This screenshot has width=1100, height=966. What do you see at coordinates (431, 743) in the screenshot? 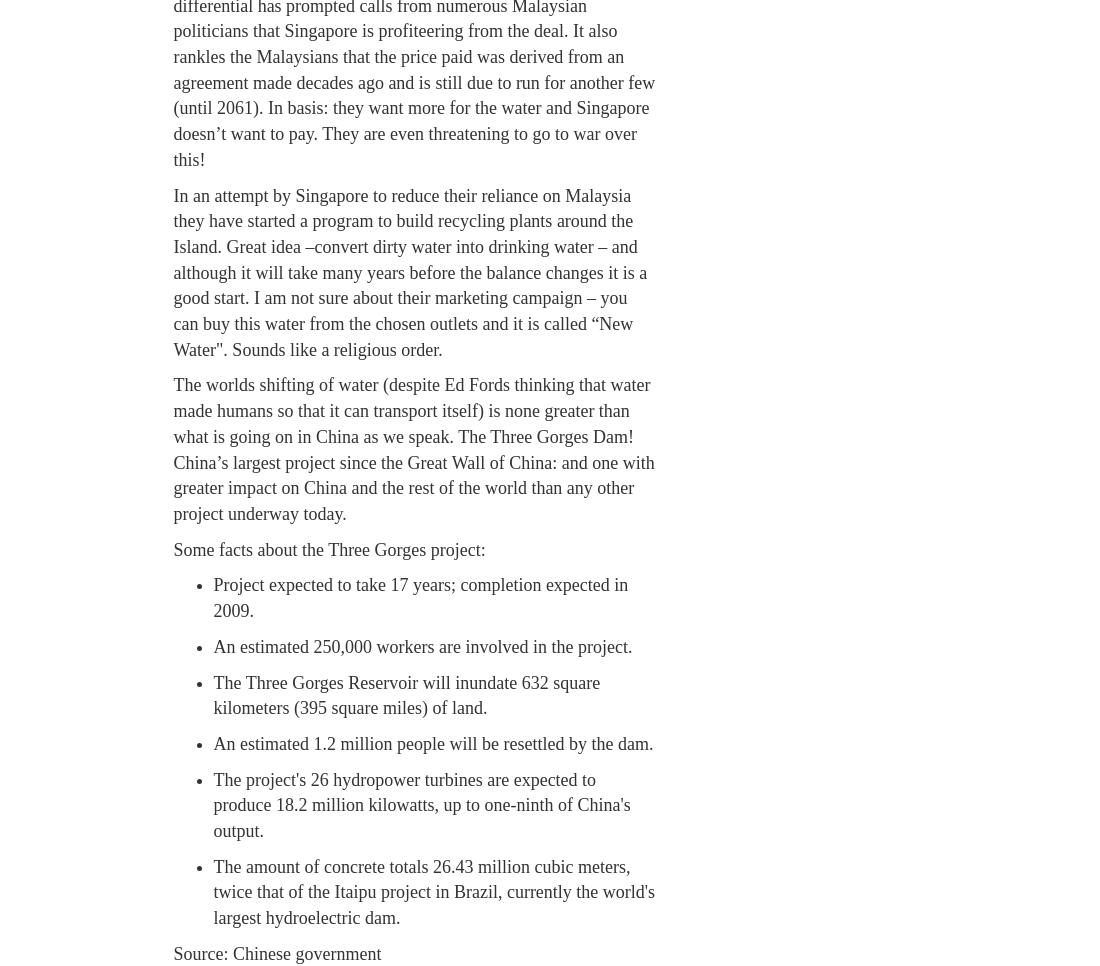
I see `'An estimated 1.2 million people will be resettled by the dam.'` at bounding box center [431, 743].